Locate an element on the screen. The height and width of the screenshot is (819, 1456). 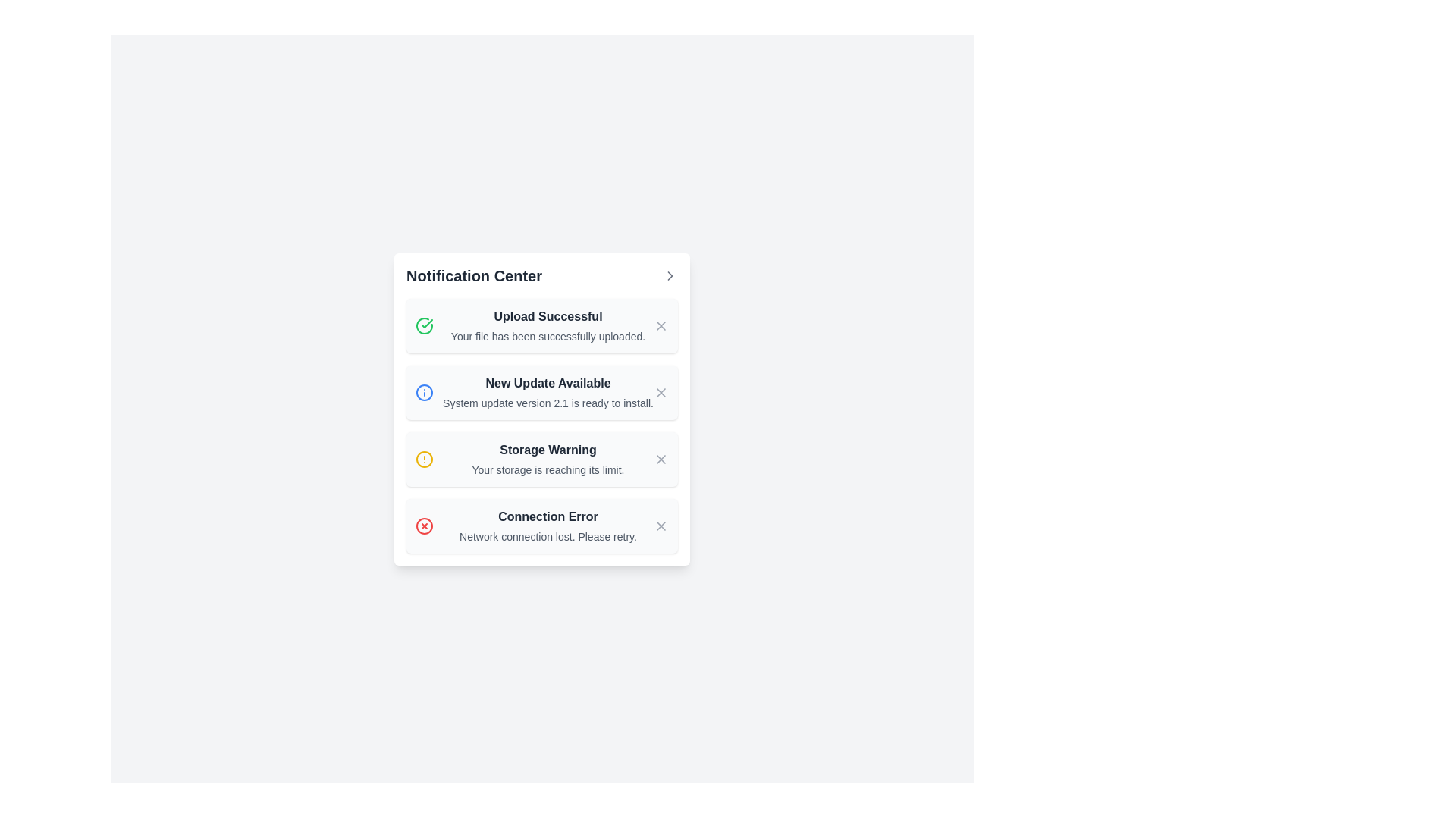
text label 'Storage Warning' which is bold and dark gray, positioned above additional context text in the notification is located at coordinates (548, 449).